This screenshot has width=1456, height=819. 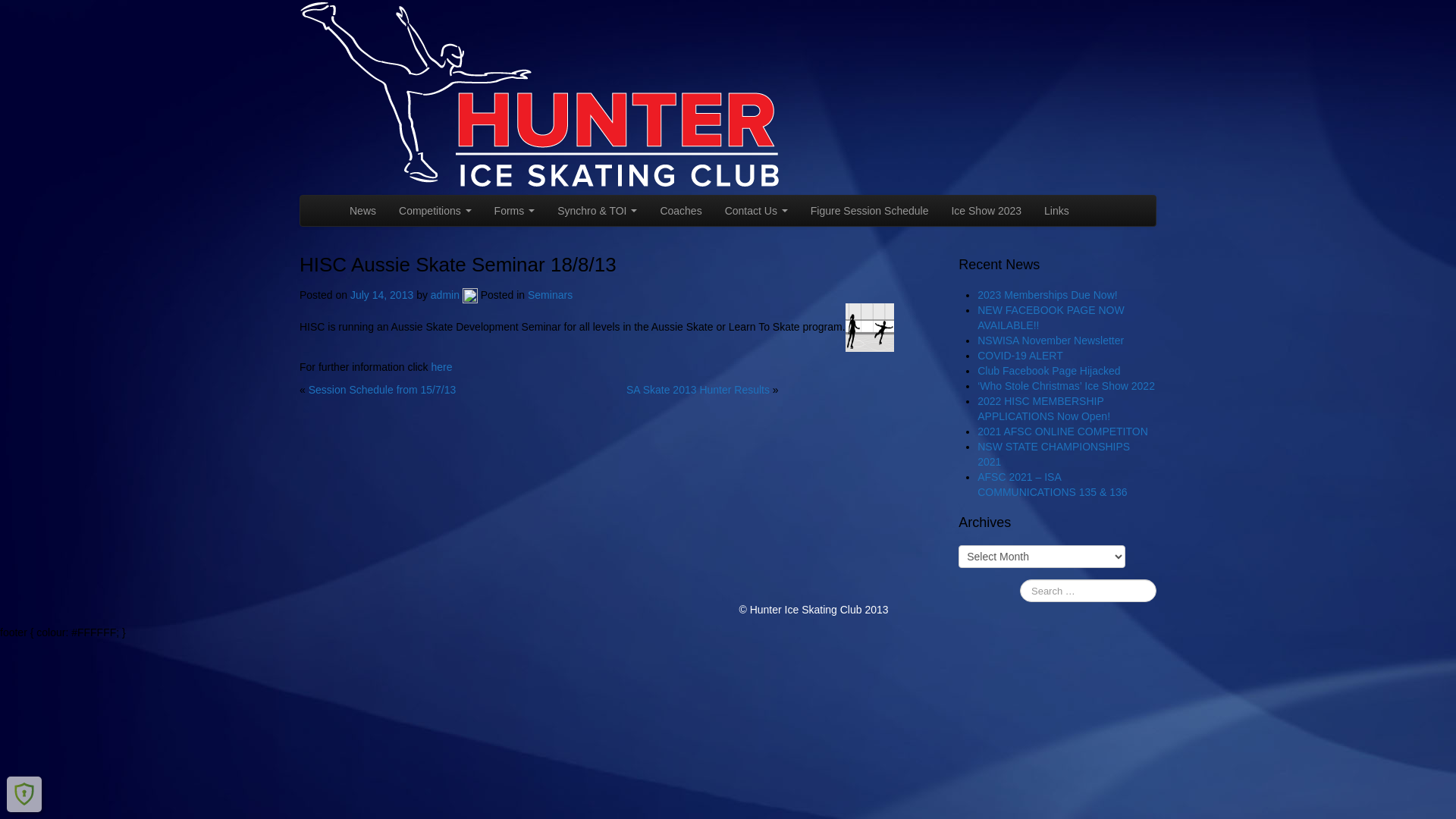 What do you see at coordinates (362, 210) in the screenshot?
I see `'News'` at bounding box center [362, 210].